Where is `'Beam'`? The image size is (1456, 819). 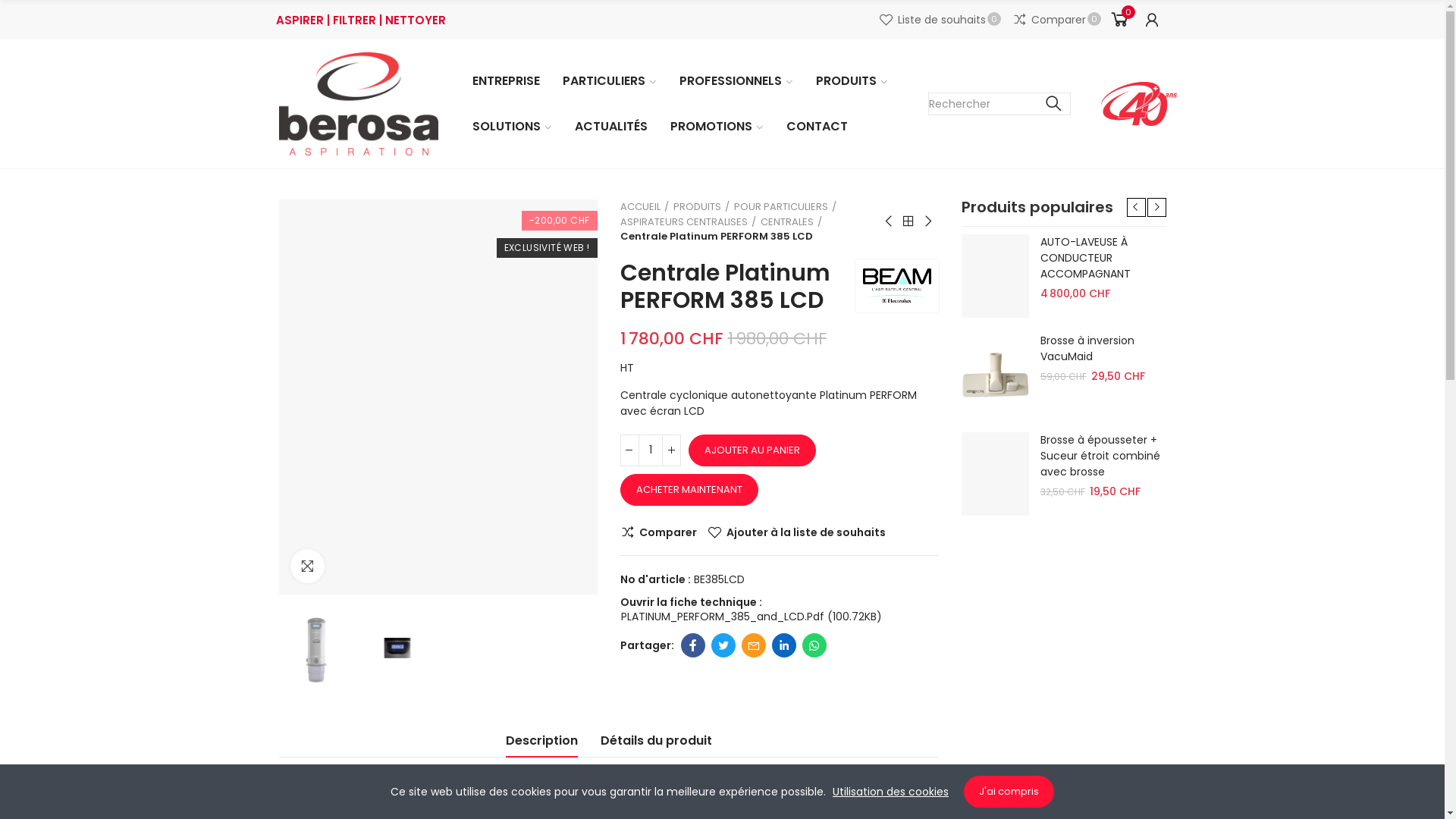
'Beam' is located at coordinates (896, 284).